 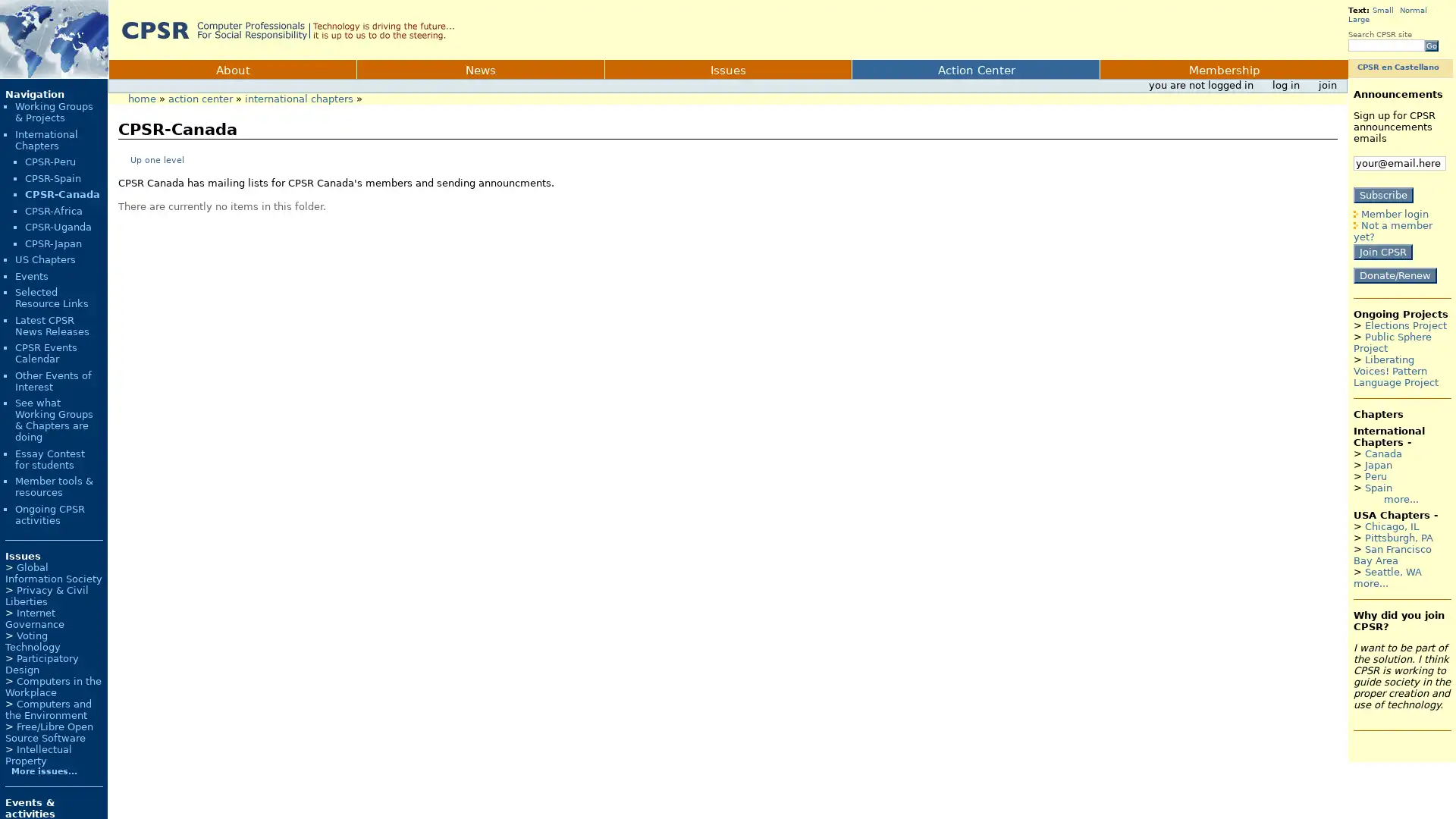 I want to click on Go, so click(x=1430, y=45).